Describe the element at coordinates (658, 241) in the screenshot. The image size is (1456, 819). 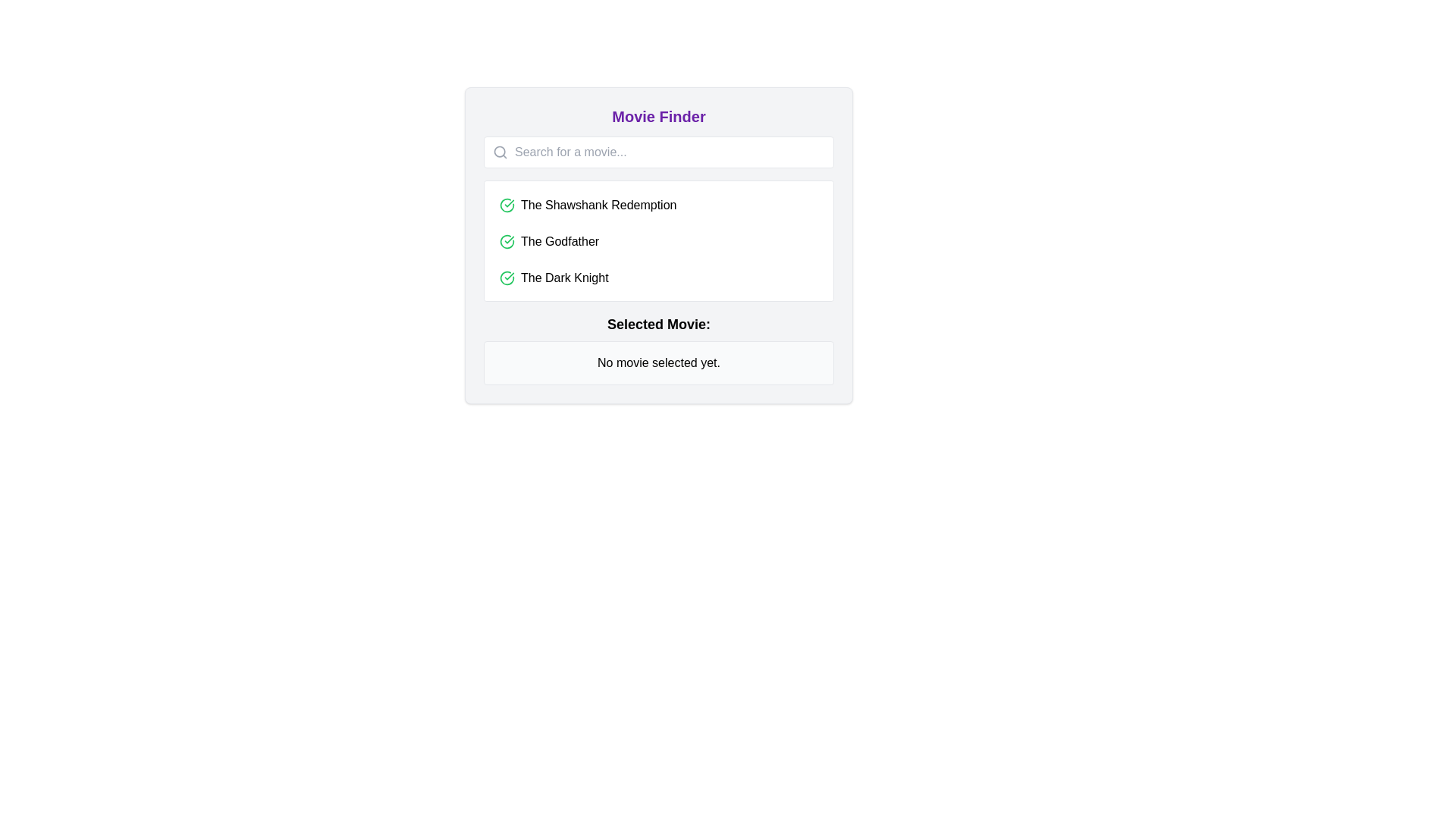
I see `the second list item` at that location.